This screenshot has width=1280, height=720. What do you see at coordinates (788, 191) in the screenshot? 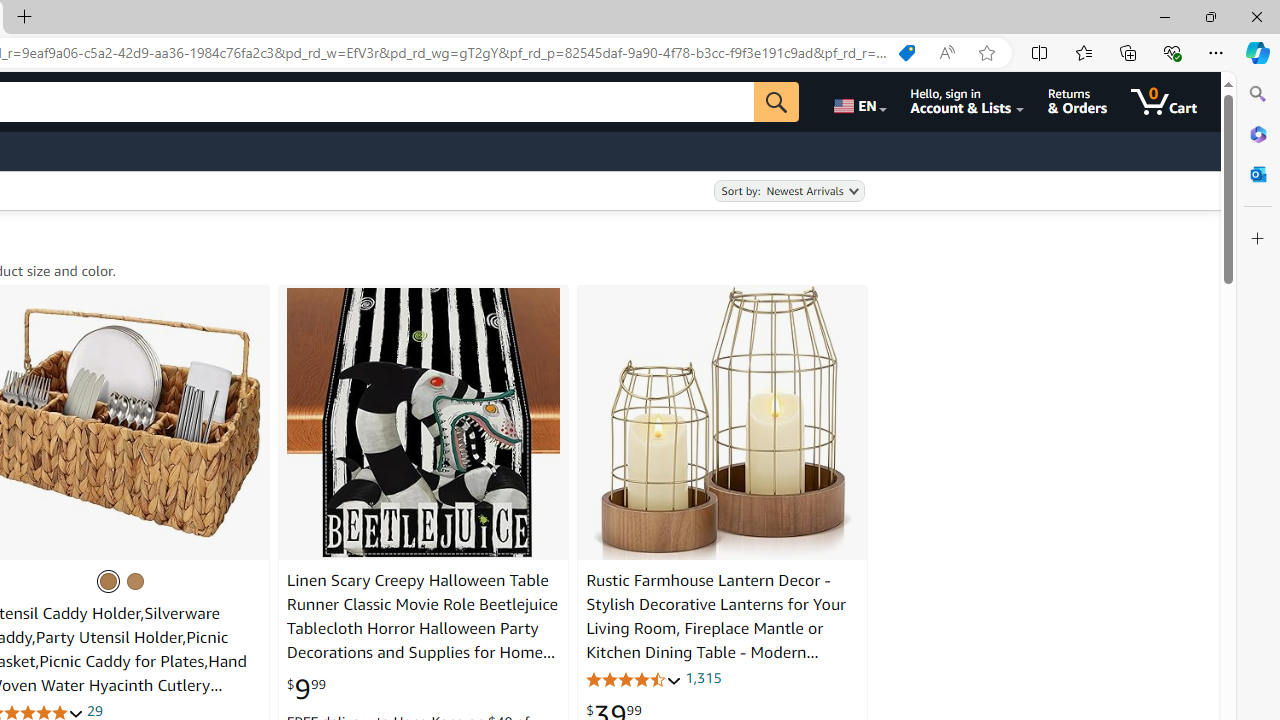
I see `'Sort by:'` at bounding box center [788, 191].